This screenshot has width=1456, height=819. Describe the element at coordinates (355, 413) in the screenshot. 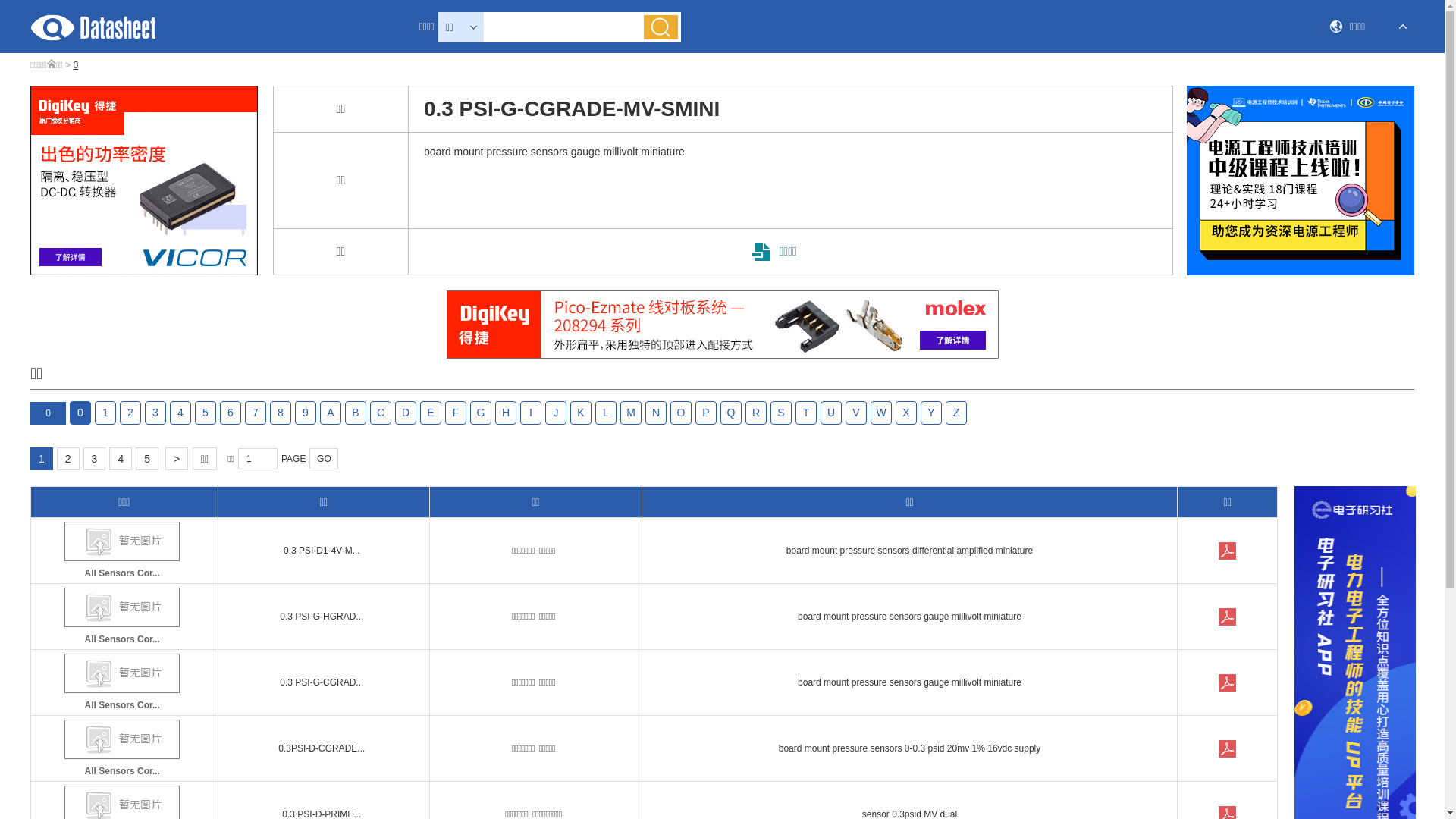

I see `'B'` at that location.